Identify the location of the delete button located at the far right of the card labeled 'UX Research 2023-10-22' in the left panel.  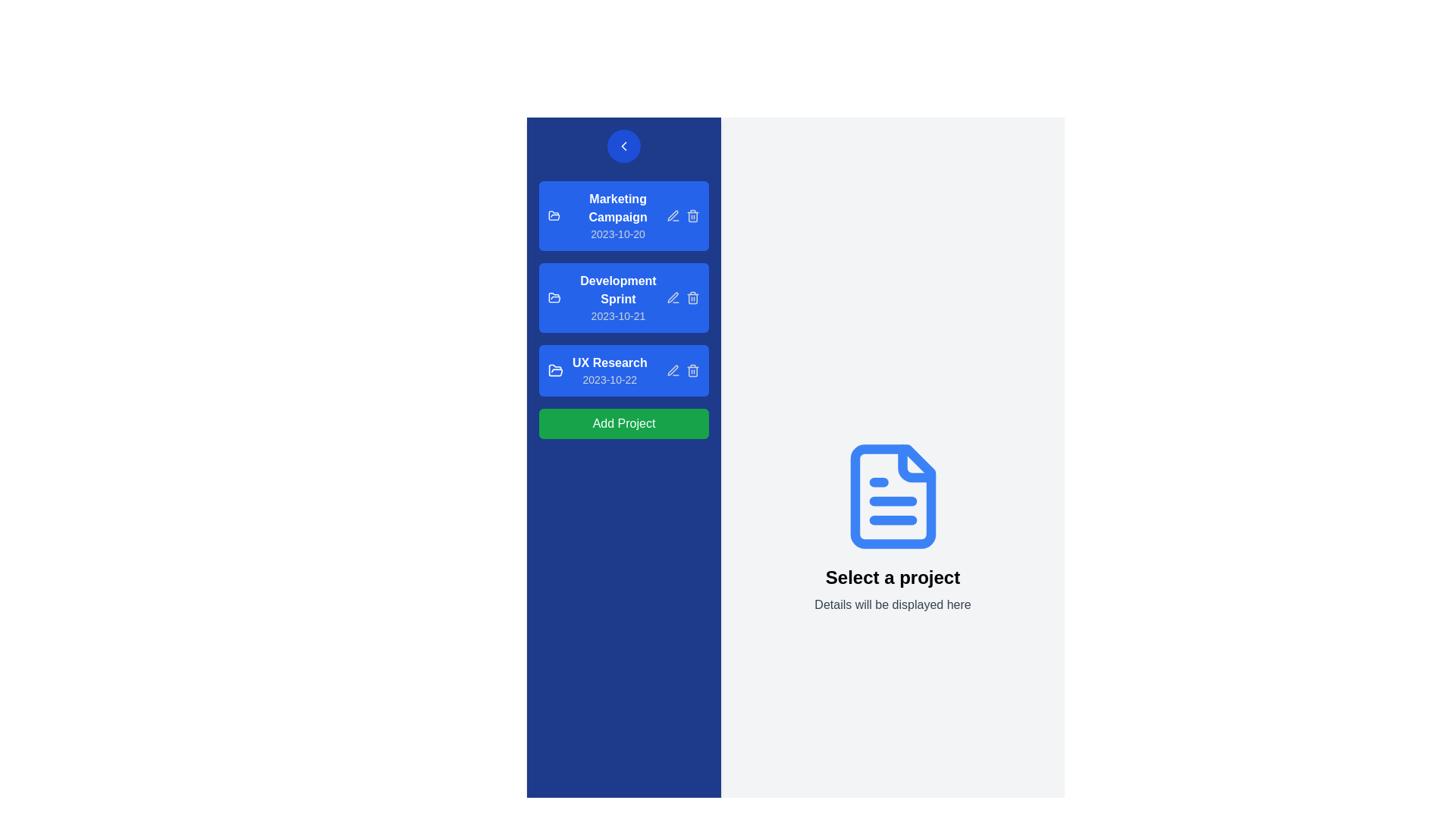
(692, 371).